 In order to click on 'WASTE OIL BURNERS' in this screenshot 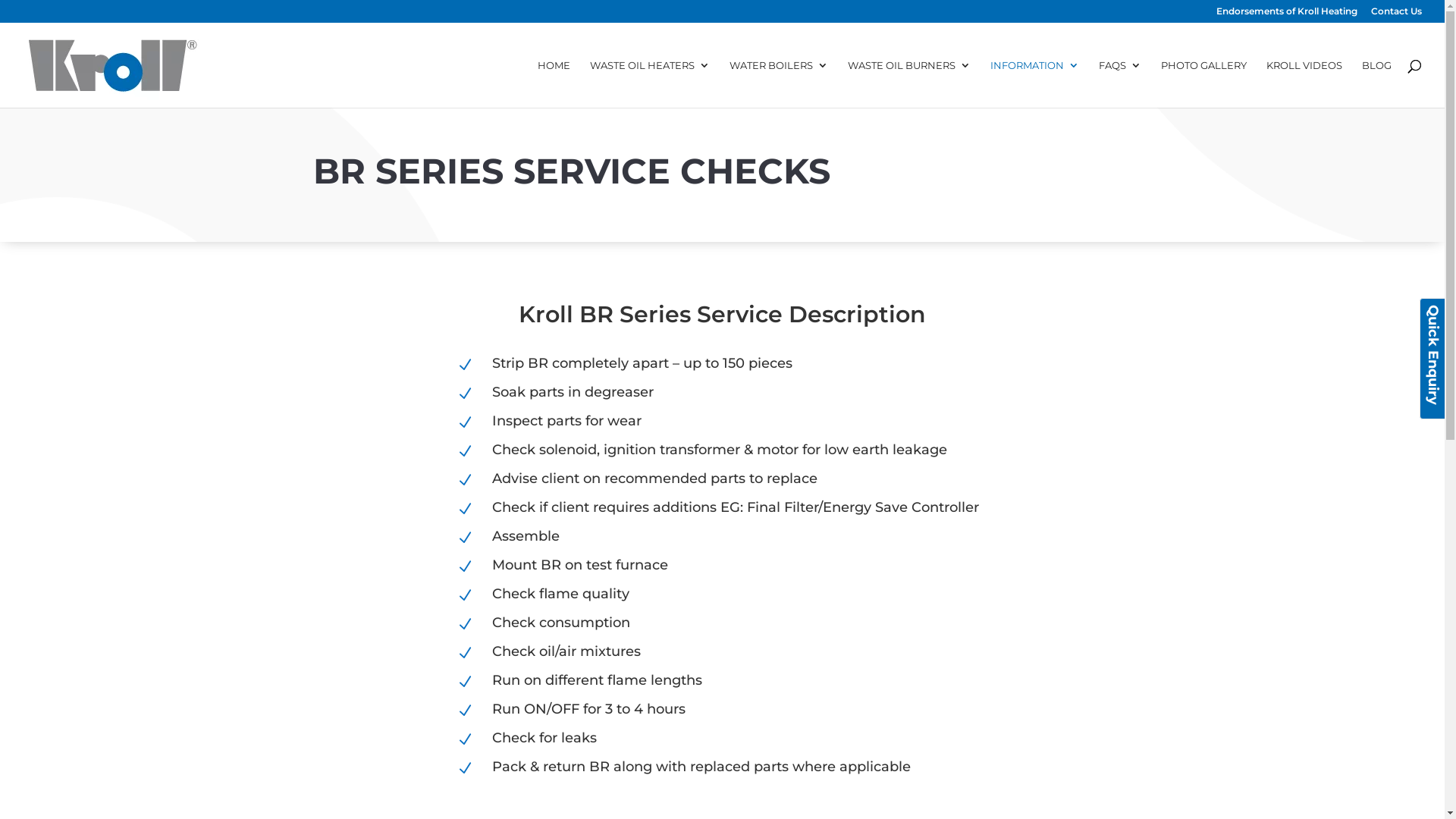, I will do `click(909, 83)`.